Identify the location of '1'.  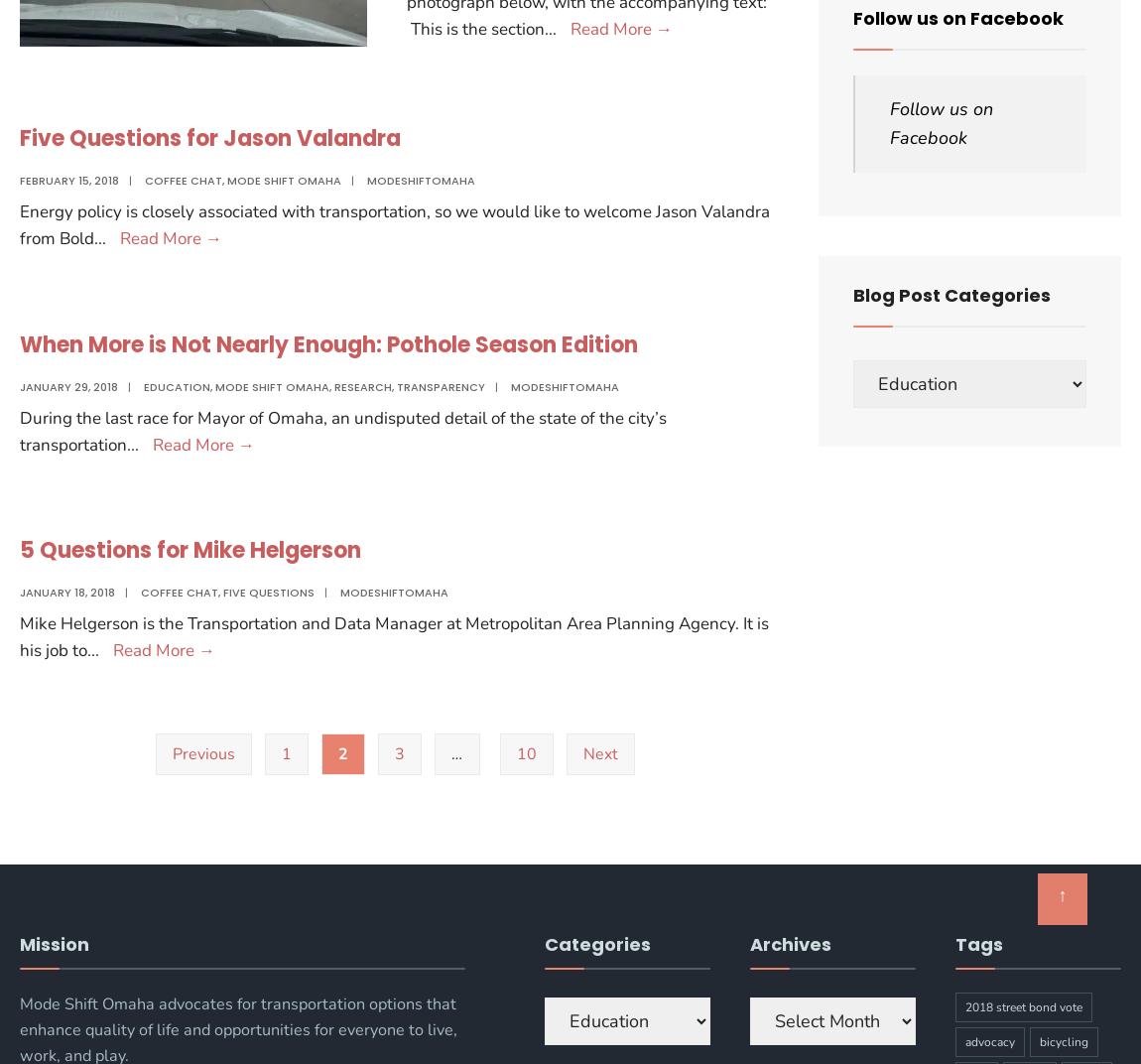
(286, 754).